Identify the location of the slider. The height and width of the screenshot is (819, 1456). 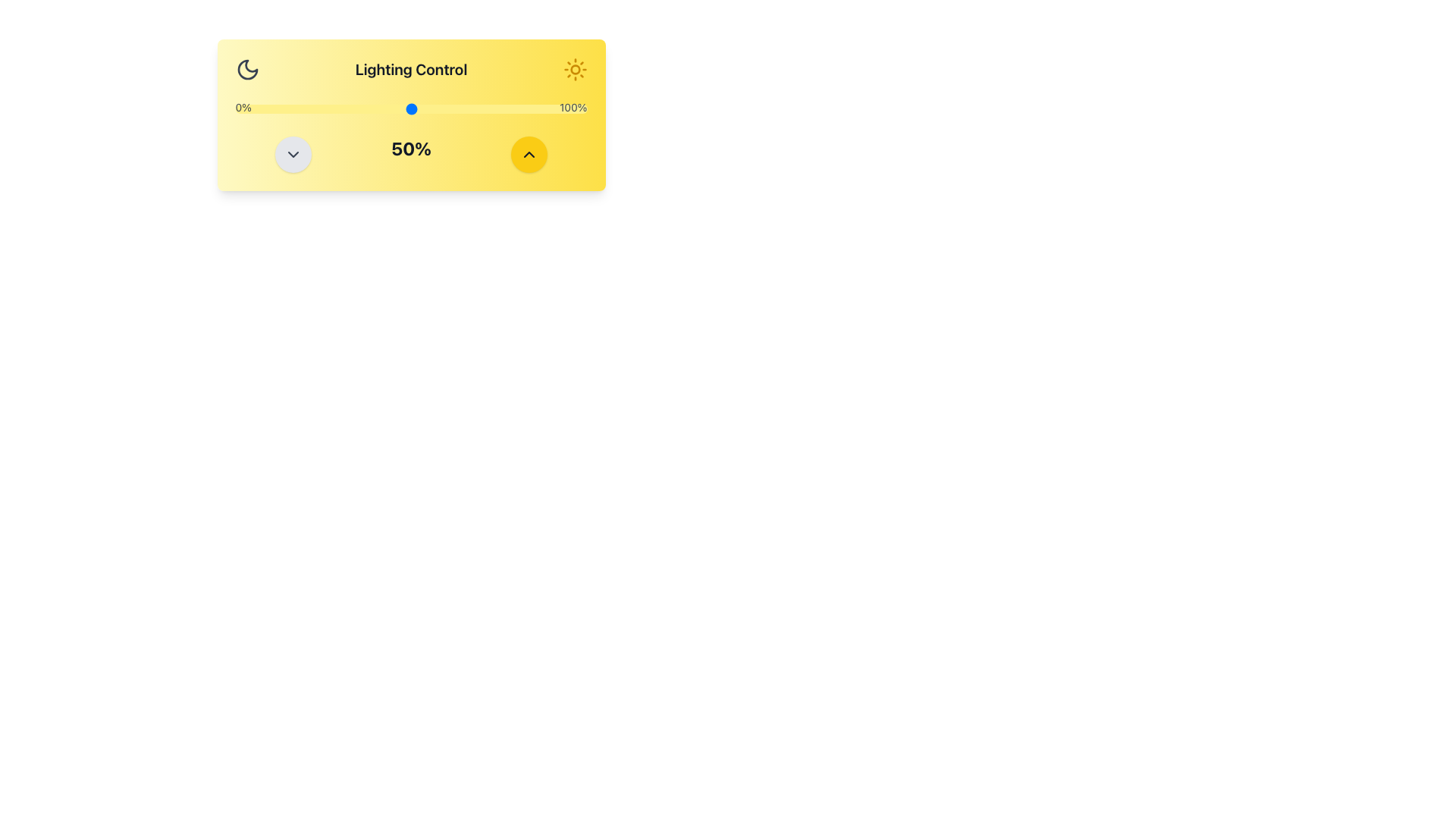
(531, 108).